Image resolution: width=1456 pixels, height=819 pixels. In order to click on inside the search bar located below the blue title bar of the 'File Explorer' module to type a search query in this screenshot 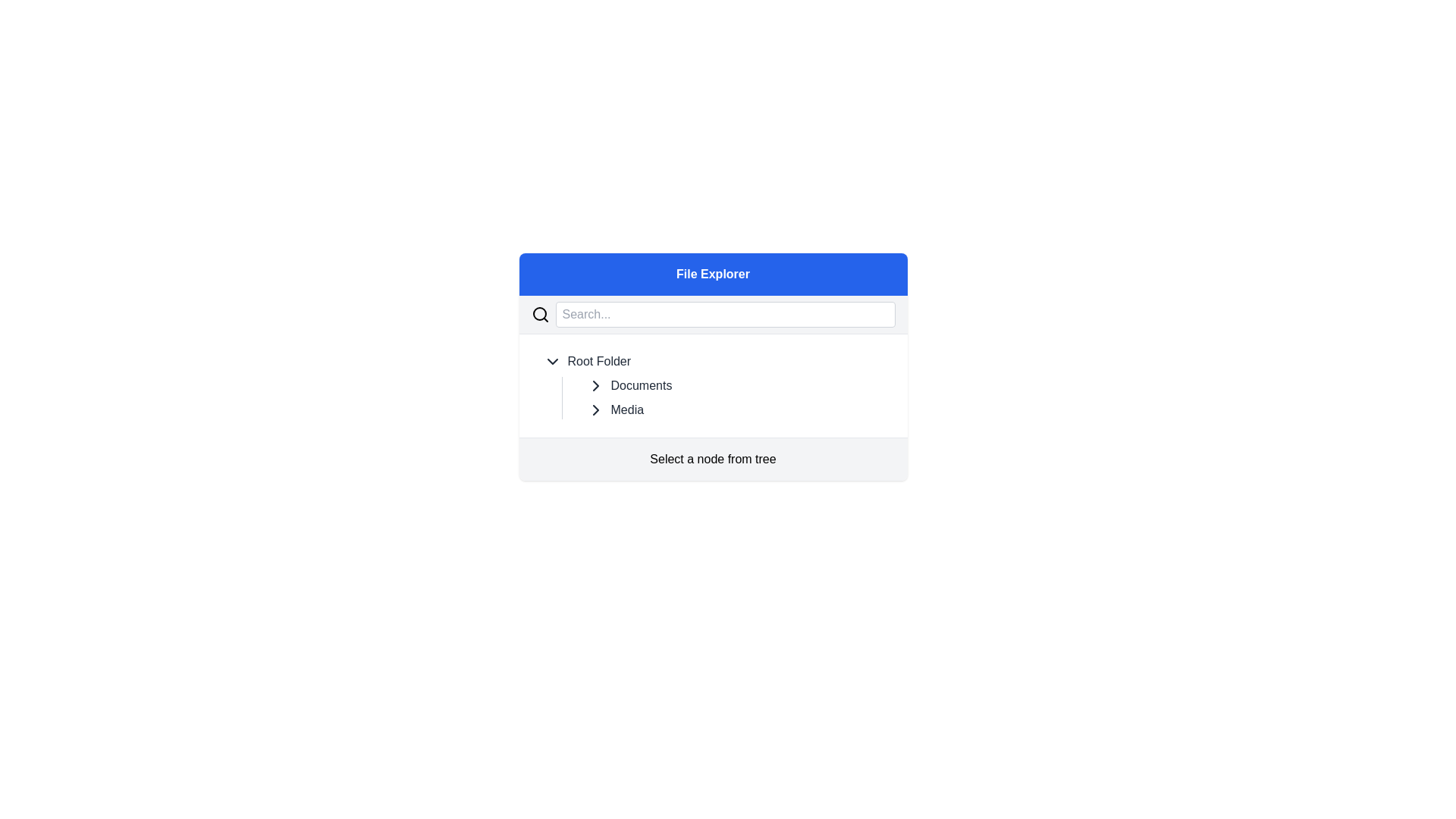, I will do `click(712, 314)`.